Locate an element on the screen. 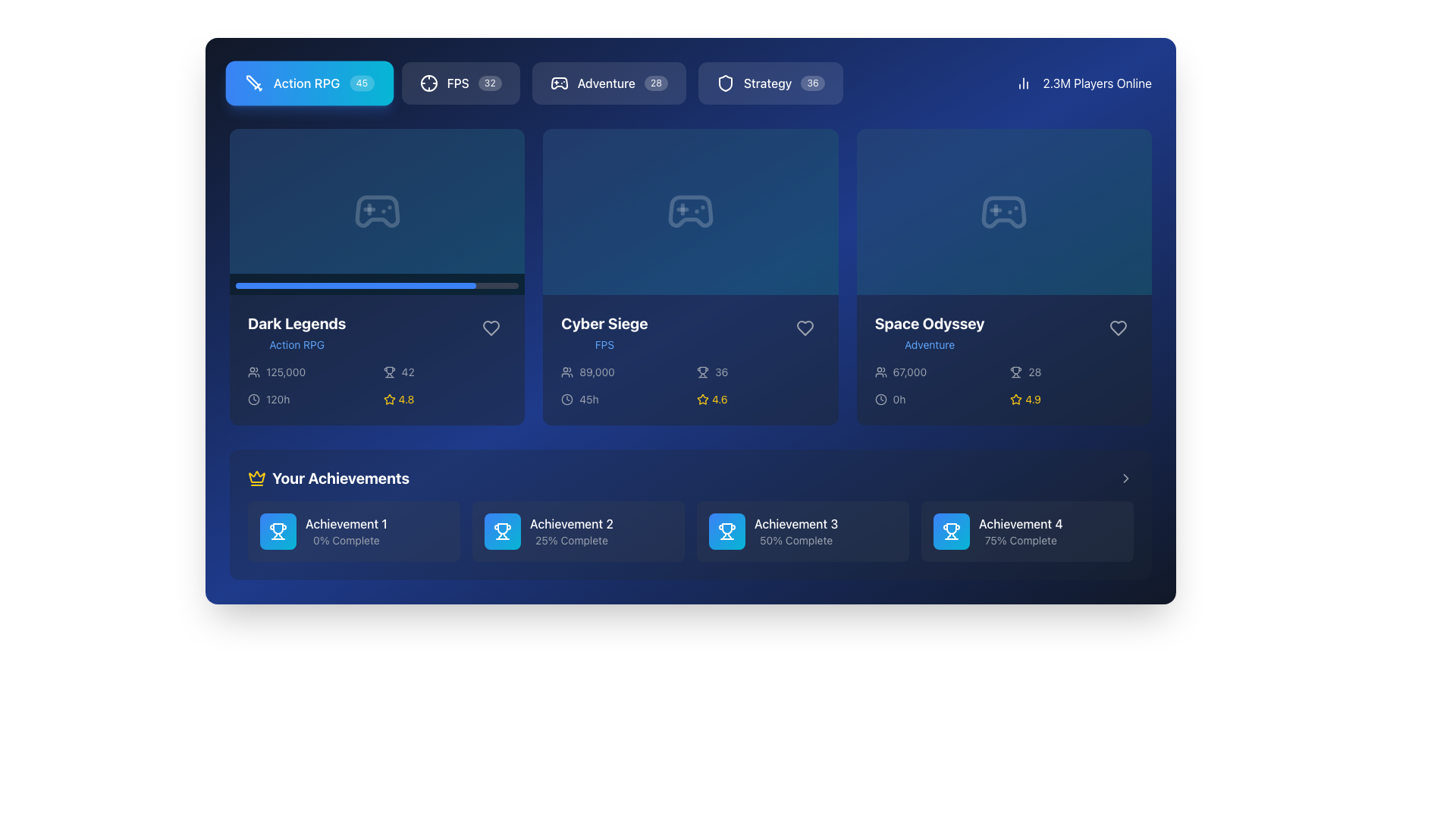  text within the 'Achievement 2' progress indicator, which shows '25% Complete' is located at coordinates (570, 531).